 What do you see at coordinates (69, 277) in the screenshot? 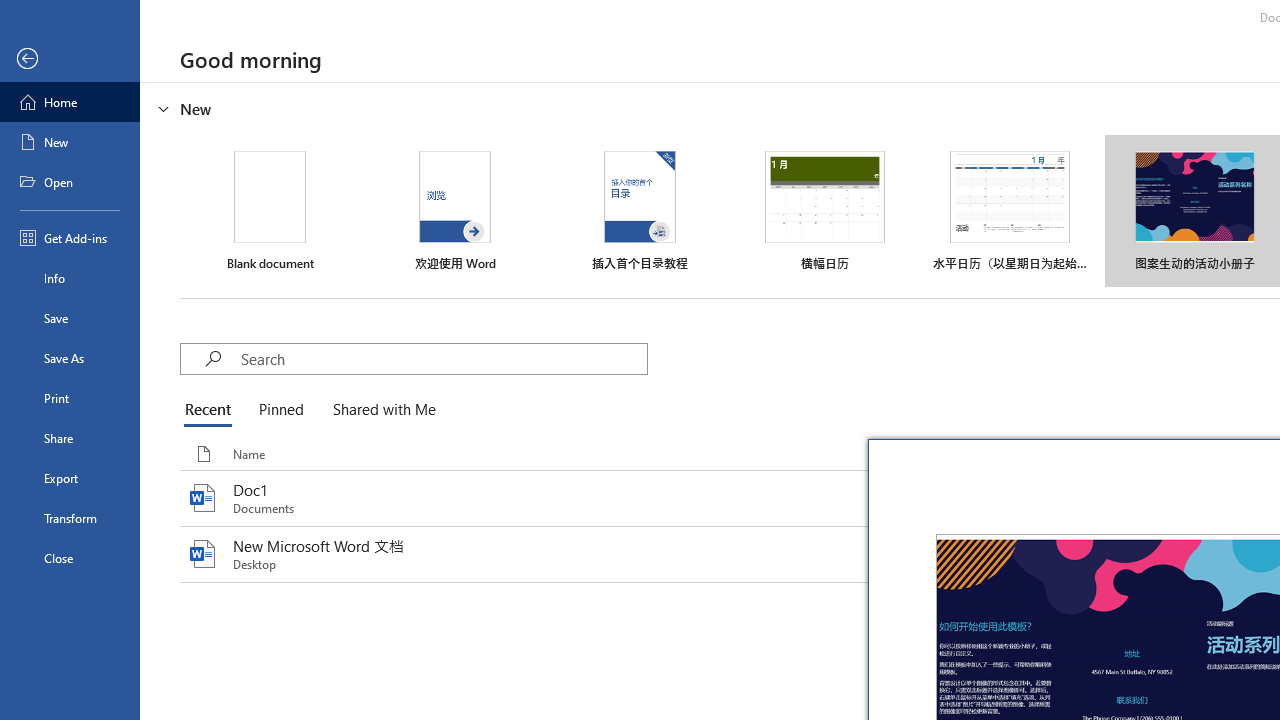
I see `'Info'` at bounding box center [69, 277].